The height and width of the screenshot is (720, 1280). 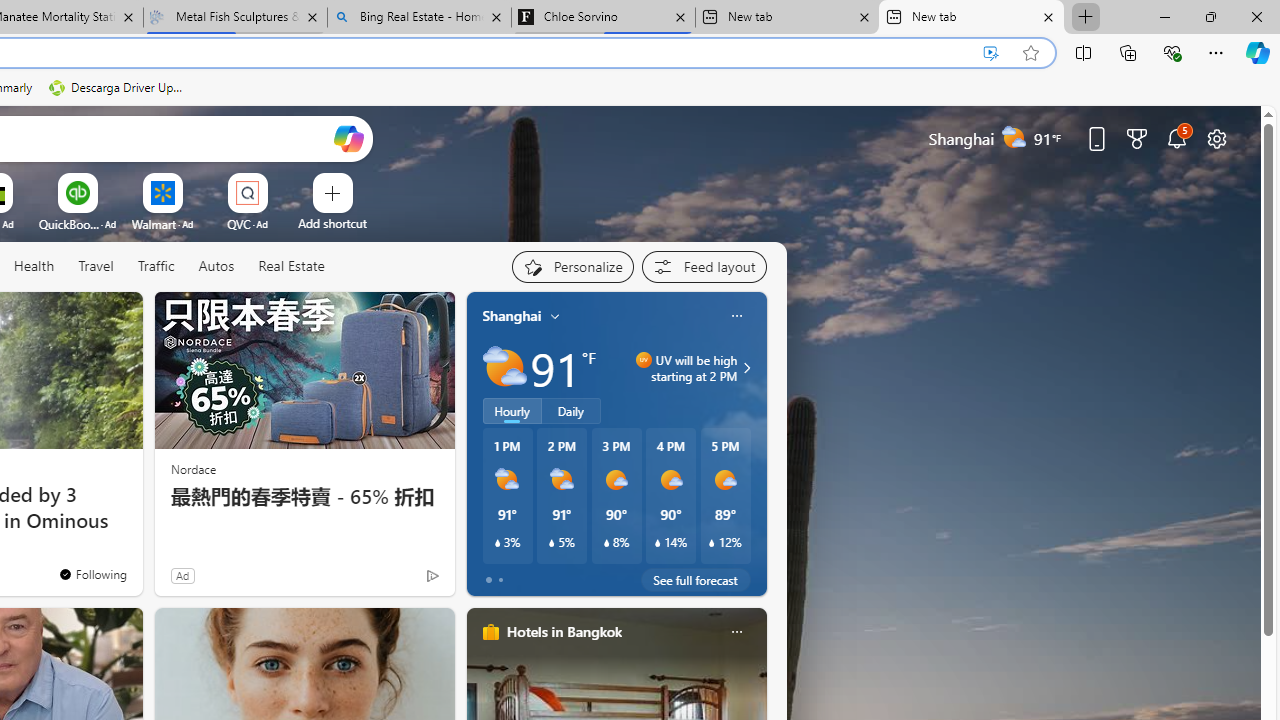 I want to click on 'Travel', so click(x=95, y=266).